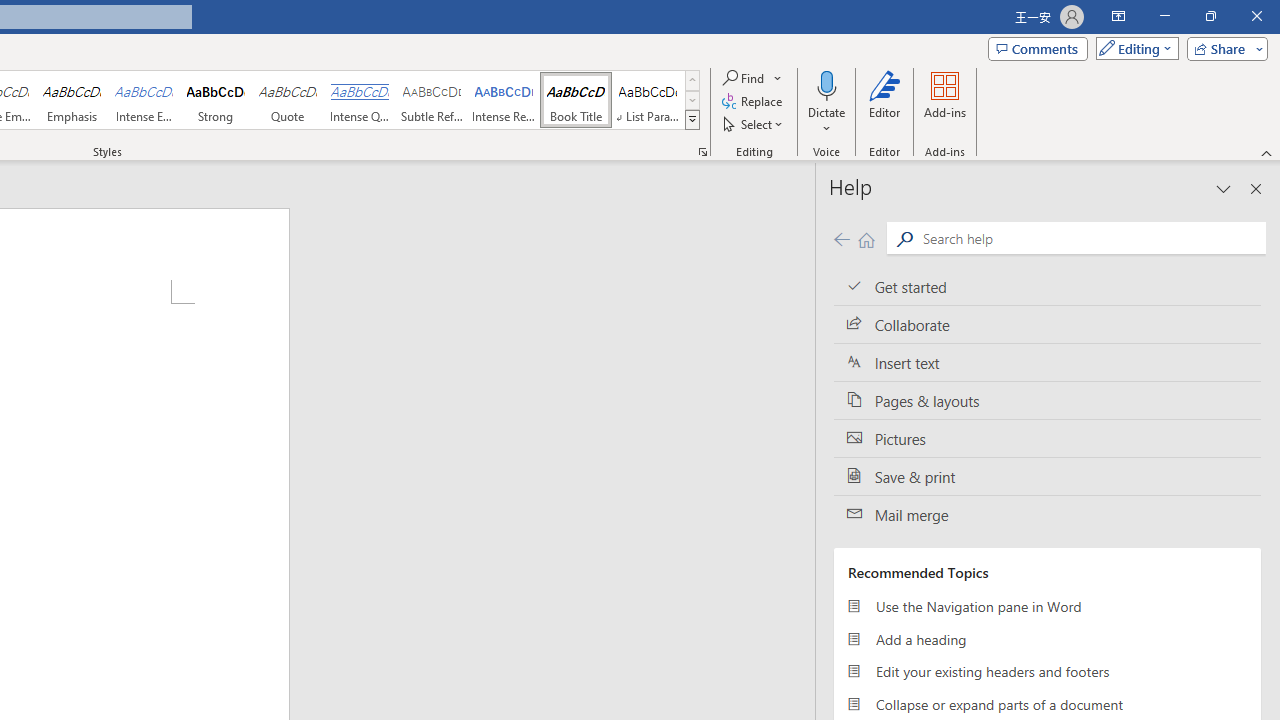 The height and width of the screenshot is (720, 1280). I want to click on 'Pages & layouts', so click(1046, 401).